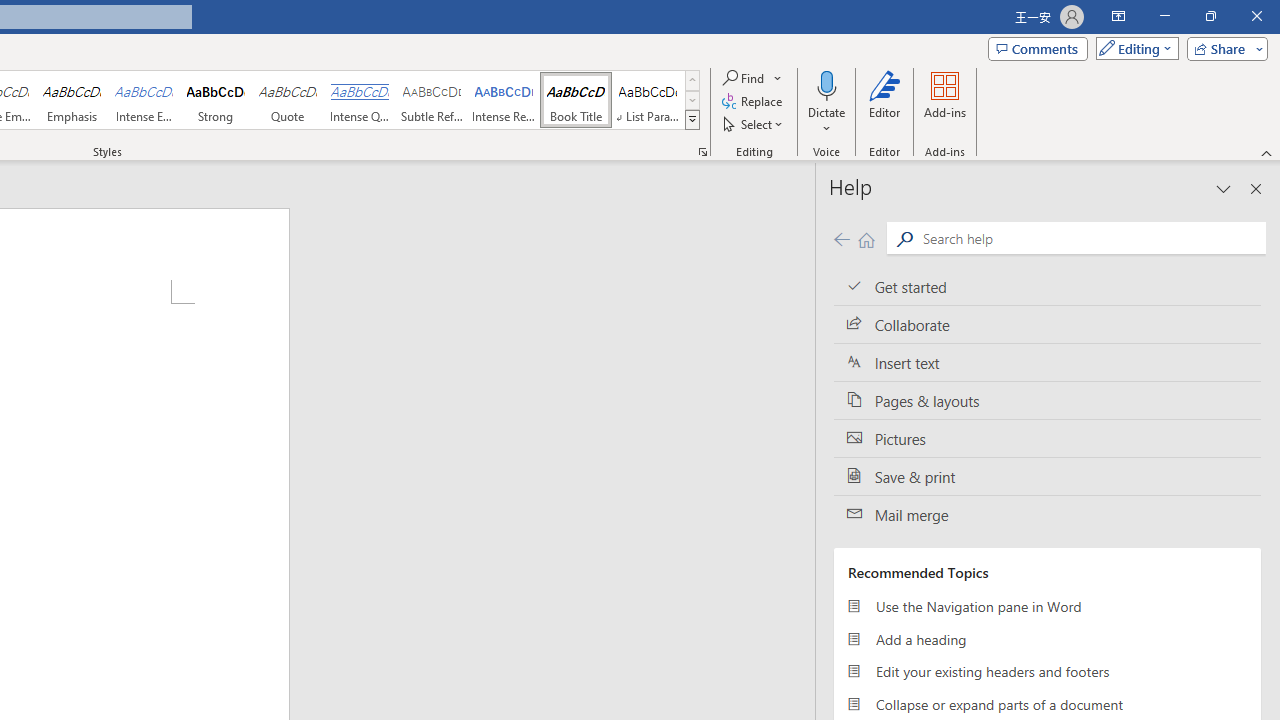 The height and width of the screenshot is (720, 1280). I want to click on 'Pages & layouts', so click(1046, 401).